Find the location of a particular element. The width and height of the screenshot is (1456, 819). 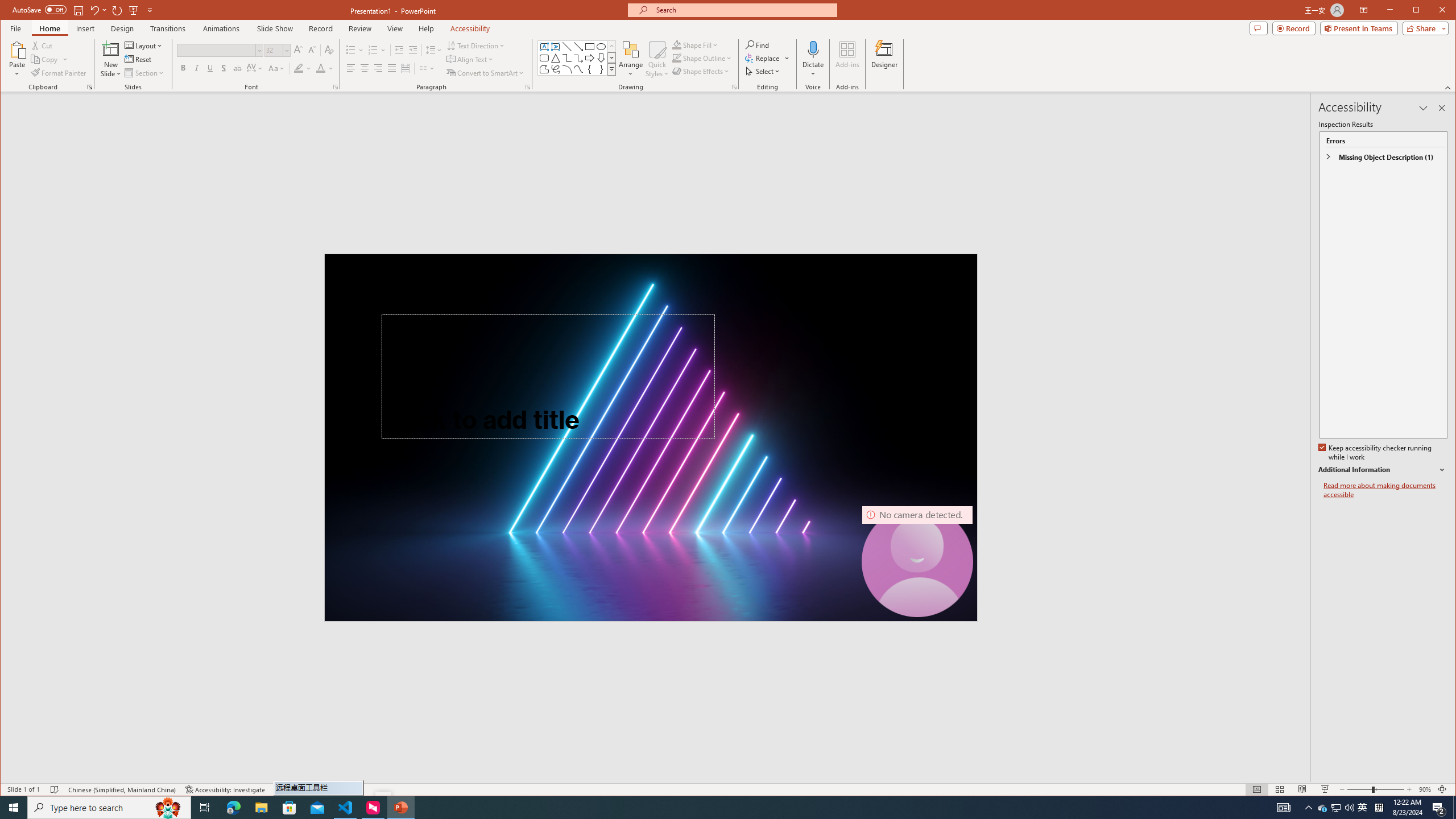

'Shadow' is located at coordinates (224, 68).